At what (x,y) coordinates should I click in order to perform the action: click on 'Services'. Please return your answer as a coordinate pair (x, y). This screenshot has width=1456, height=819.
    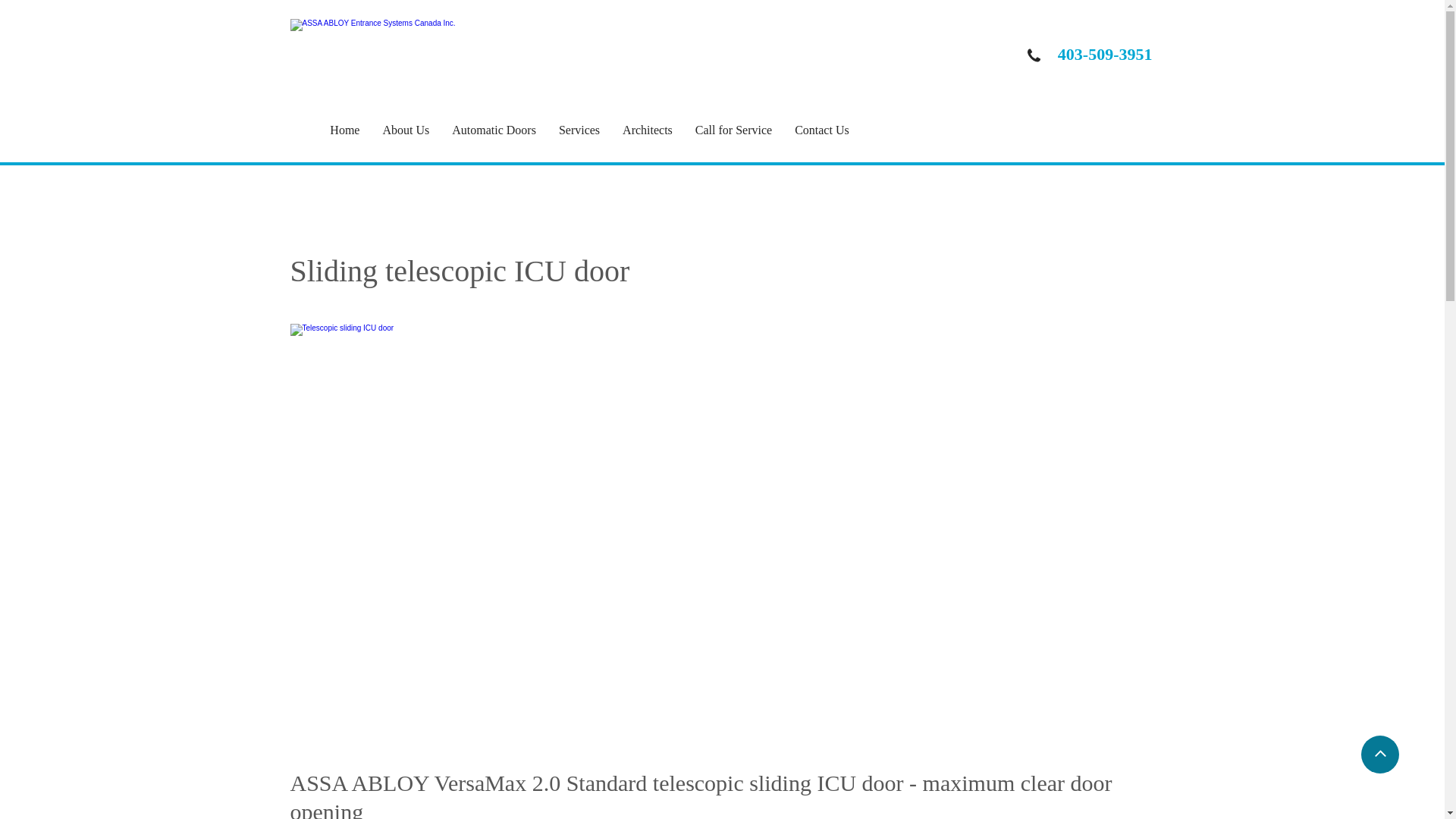
    Looking at the image, I should click on (589, 130).